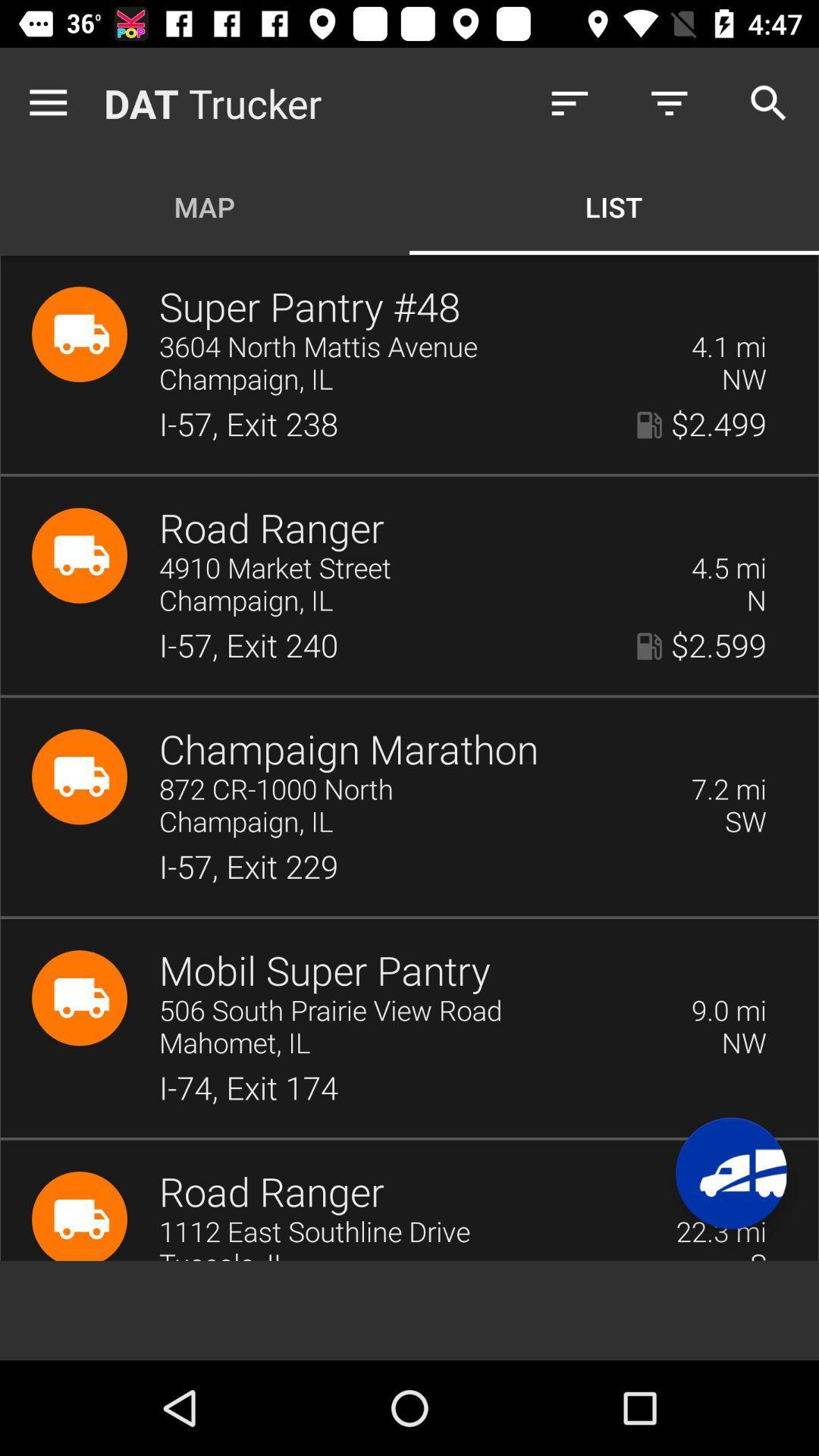  I want to click on the 4910 market street, so click(415, 568).